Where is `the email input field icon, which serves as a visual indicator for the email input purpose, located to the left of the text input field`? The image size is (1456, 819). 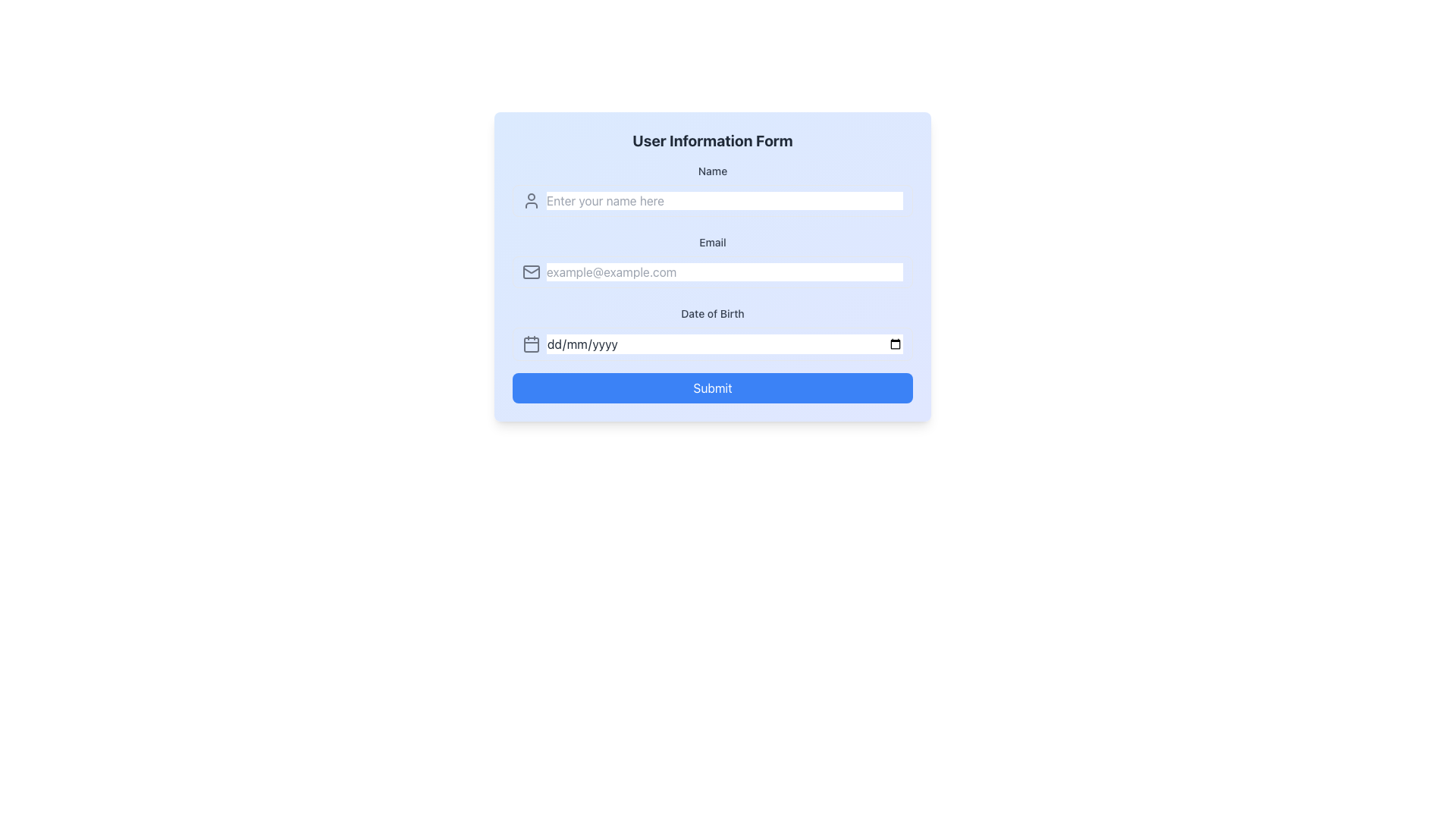
the email input field icon, which serves as a visual indicator for the email input purpose, located to the left of the text input field is located at coordinates (531, 271).